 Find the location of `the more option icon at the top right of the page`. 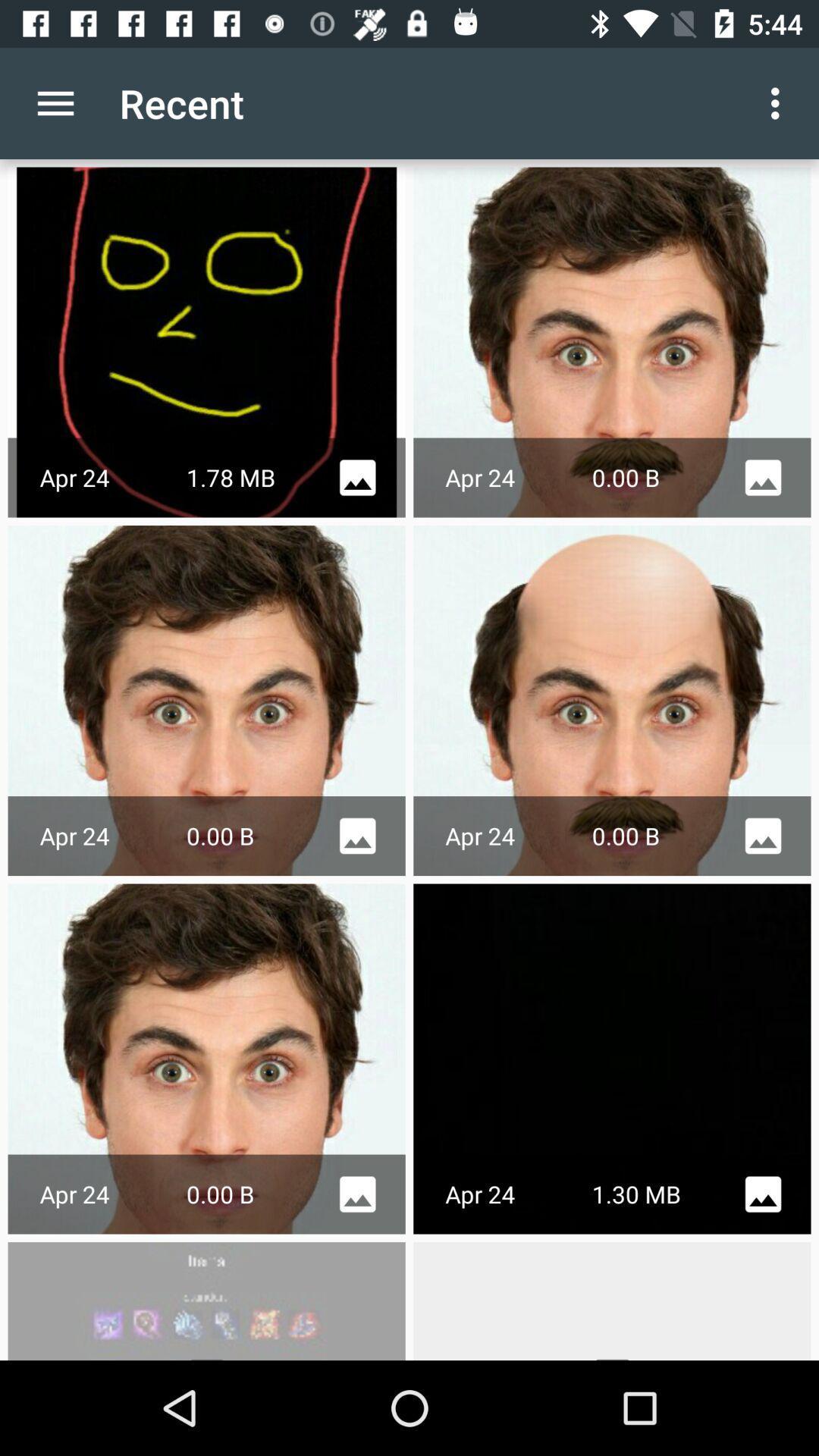

the more option icon at the top right of the page is located at coordinates (779, 103).